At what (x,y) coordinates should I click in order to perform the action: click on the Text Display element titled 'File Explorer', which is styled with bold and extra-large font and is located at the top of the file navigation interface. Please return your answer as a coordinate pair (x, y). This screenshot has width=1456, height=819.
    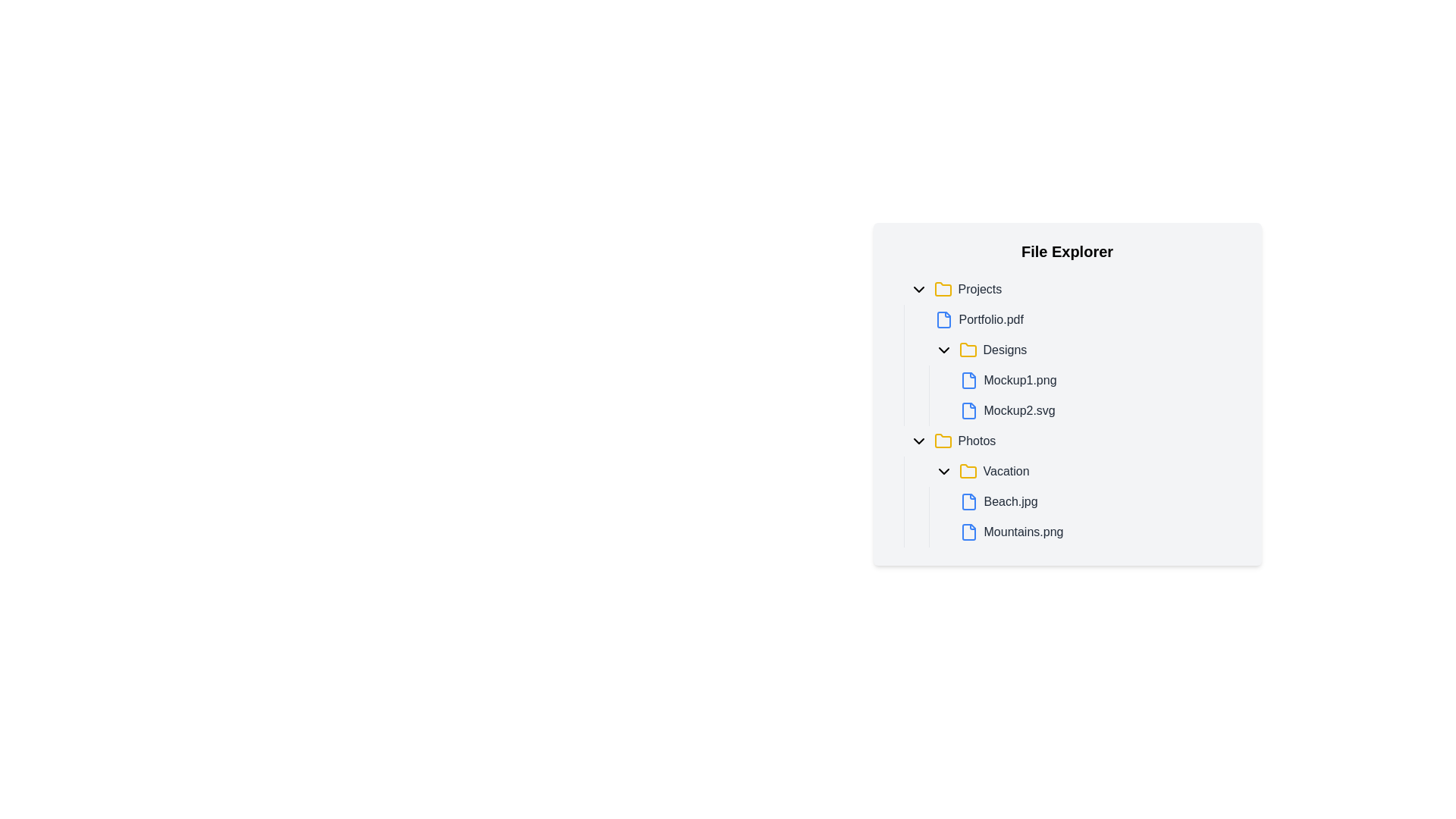
    Looking at the image, I should click on (1066, 250).